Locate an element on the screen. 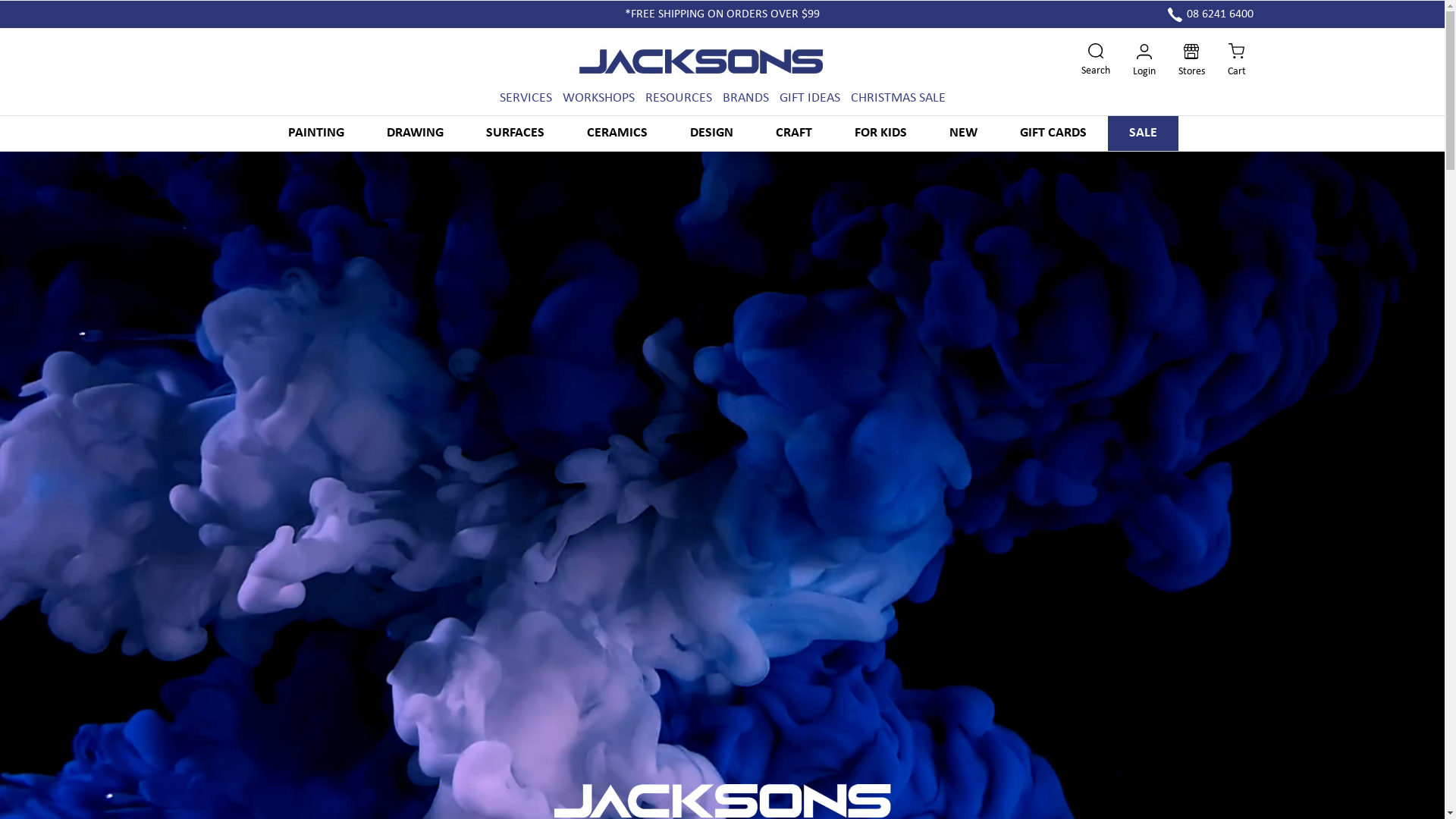 This screenshot has width=1456, height=819. 'RESOURCES' is located at coordinates (676, 98).